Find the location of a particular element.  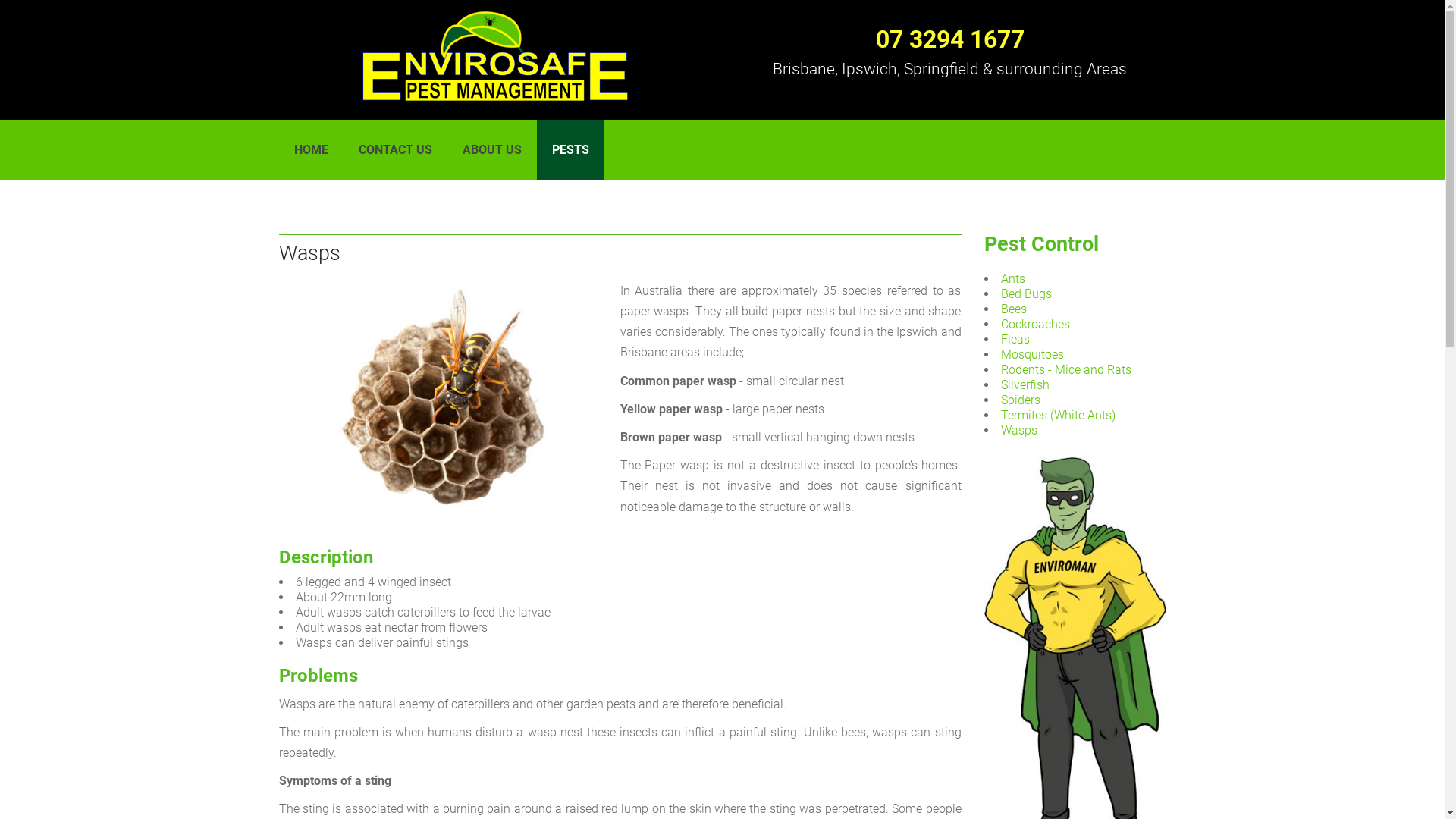

'Silverfish' is located at coordinates (1025, 384).